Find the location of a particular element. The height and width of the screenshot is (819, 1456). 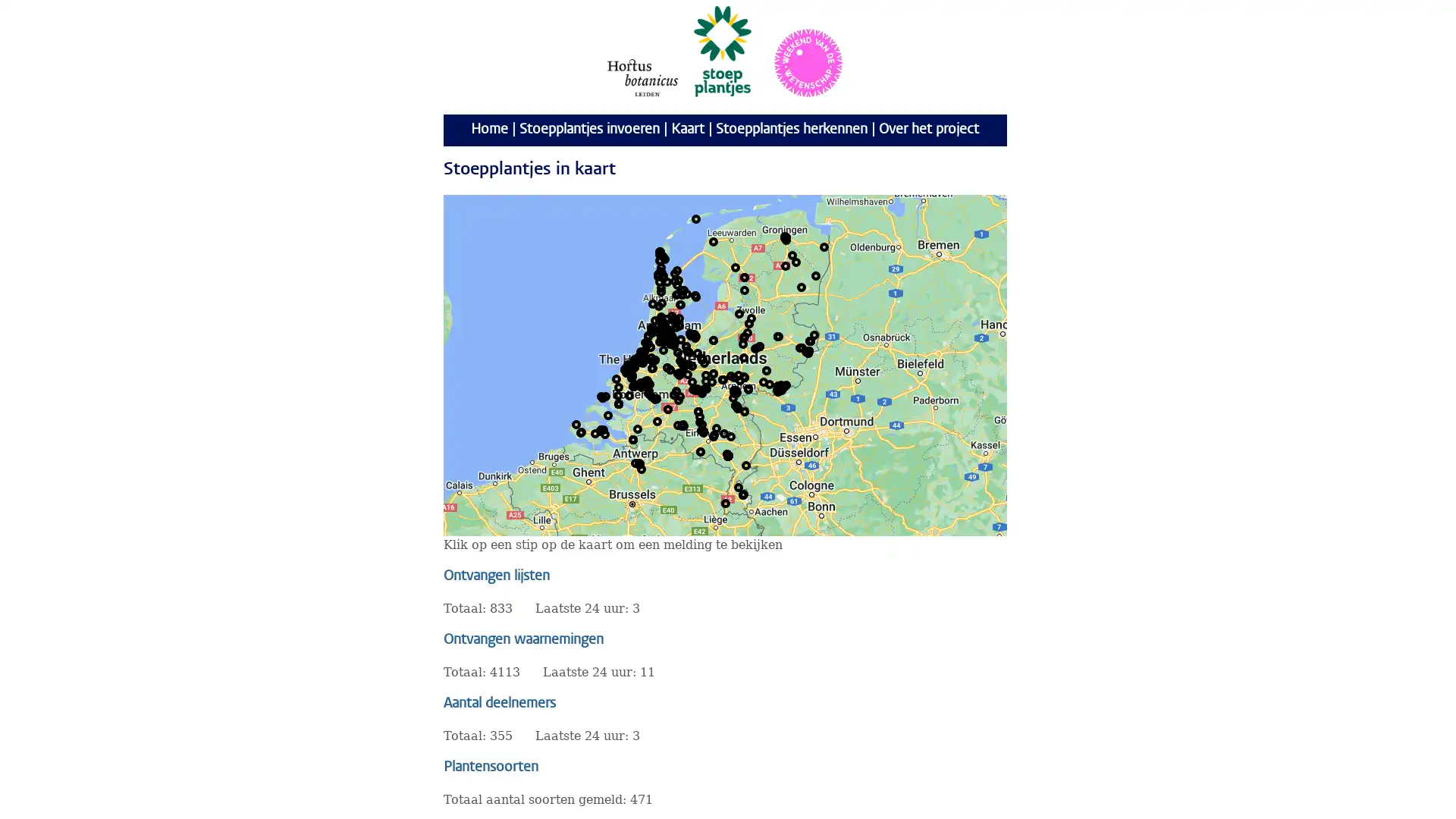

Telling van Josien Hofs op 16 mei 2022 is located at coordinates (647, 379).